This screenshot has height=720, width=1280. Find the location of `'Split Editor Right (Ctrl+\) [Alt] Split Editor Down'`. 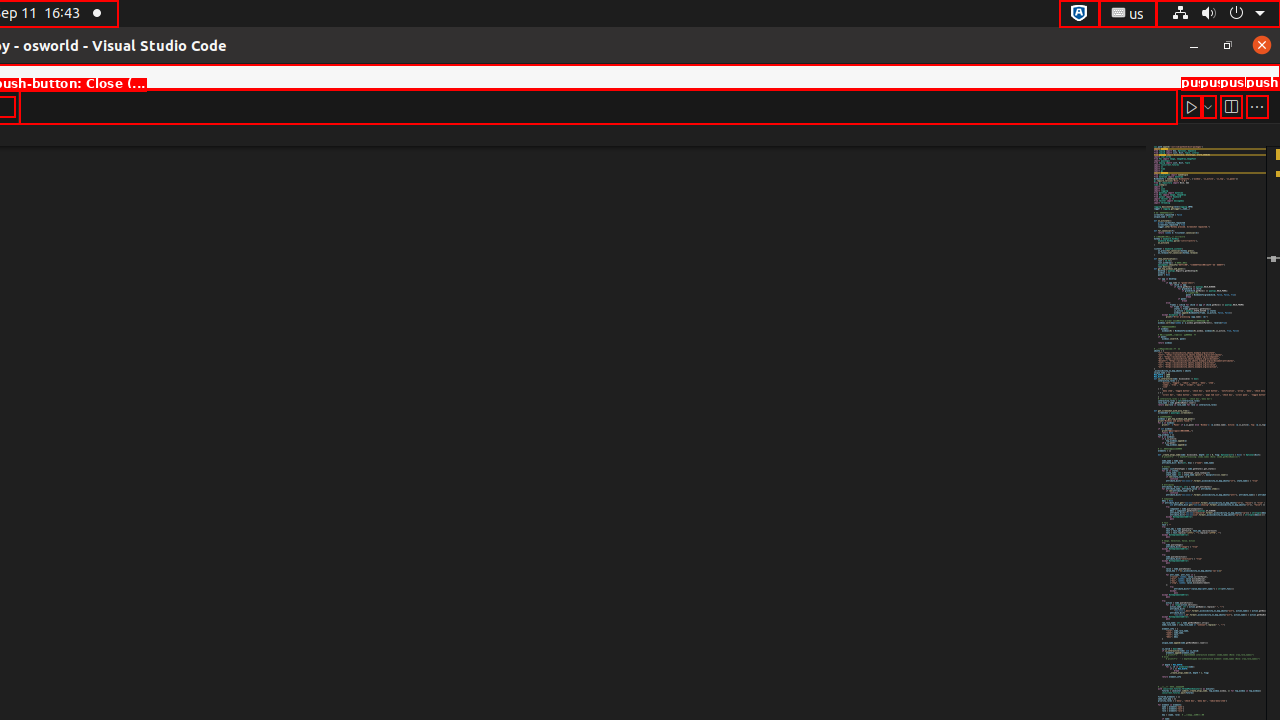

'Split Editor Right (Ctrl+\) [Alt] Split Editor Down' is located at coordinates (1229, 106).